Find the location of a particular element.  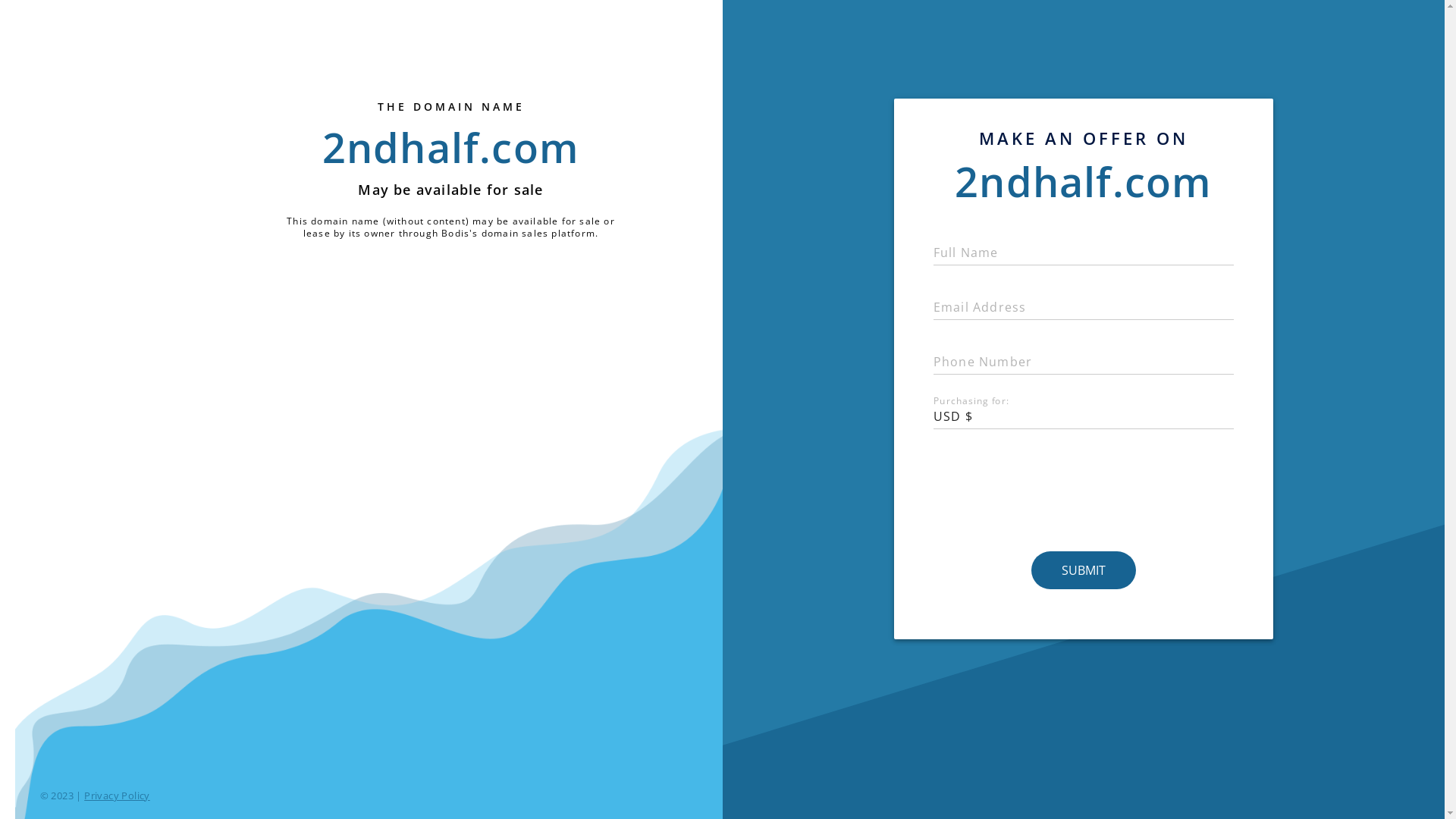

'reCAPTCHA' is located at coordinates (1083, 491).